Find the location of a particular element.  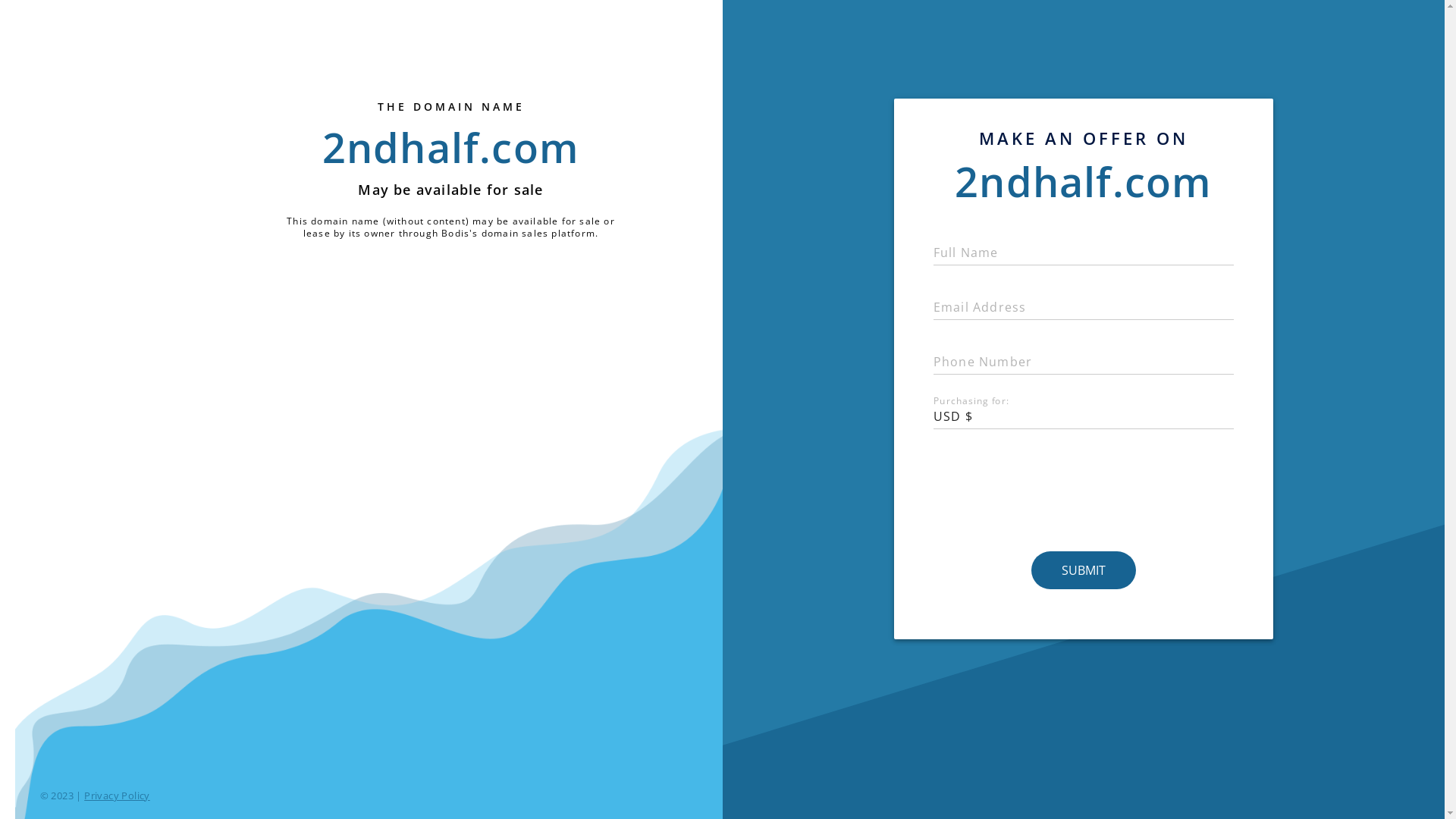

'reCAPTCHA' is located at coordinates (1083, 491).